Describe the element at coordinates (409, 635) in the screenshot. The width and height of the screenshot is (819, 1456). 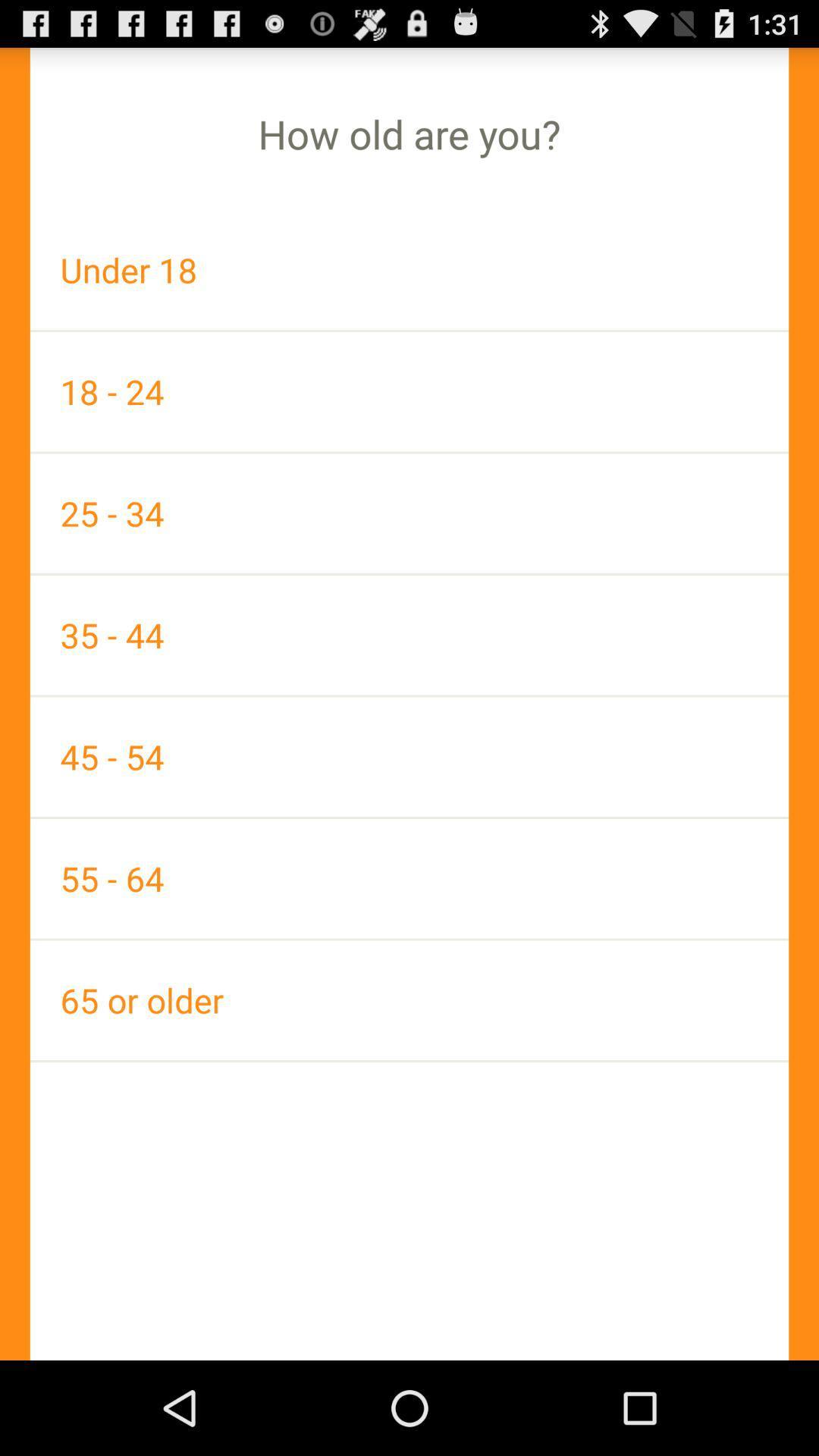
I see `the 35 - 44 app` at that location.